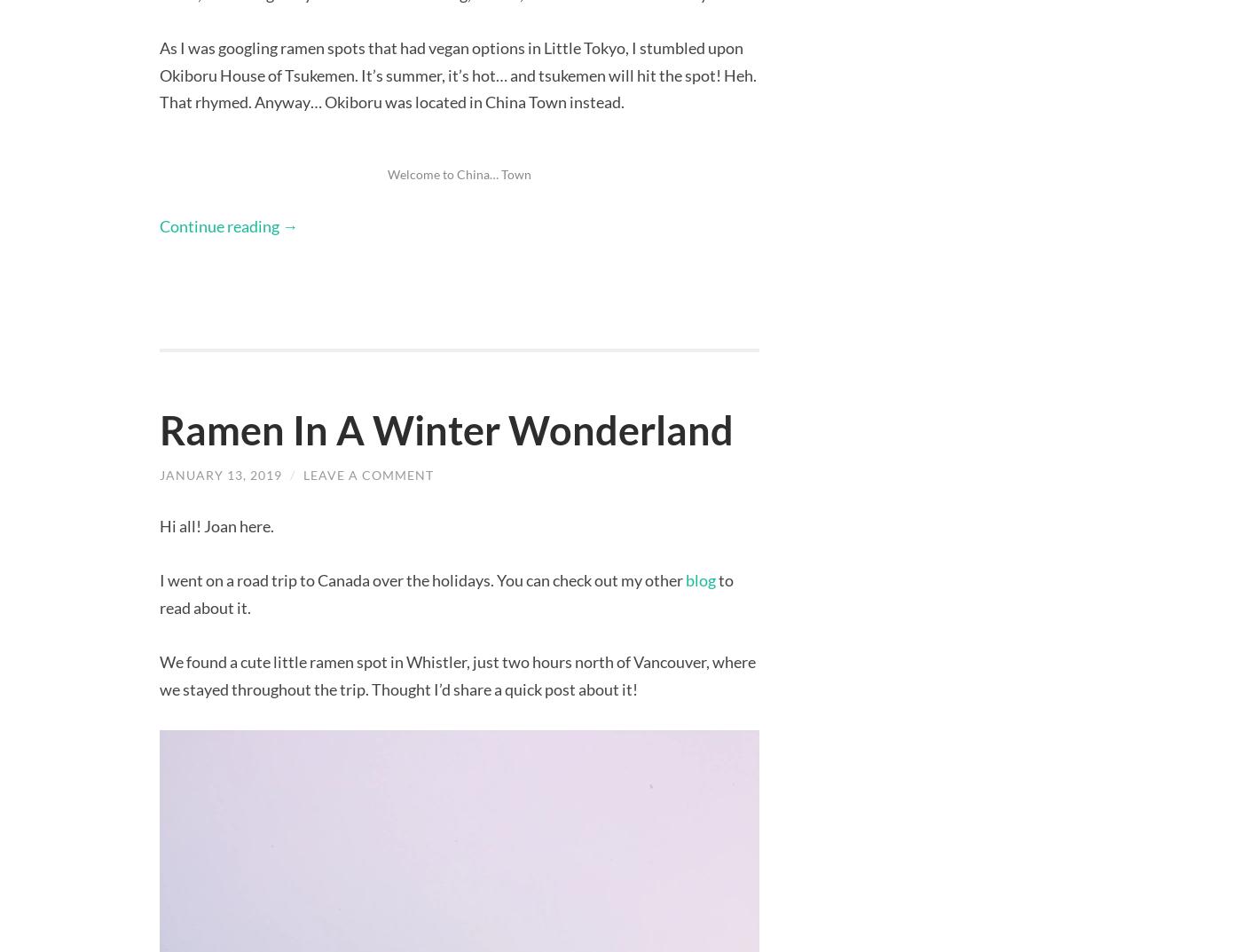 This screenshot has height=952, width=1242. Describe the element at coordinates (445, 429) in the screenshot. I see `'Ramen In A Winter Wonderland'` at that location.